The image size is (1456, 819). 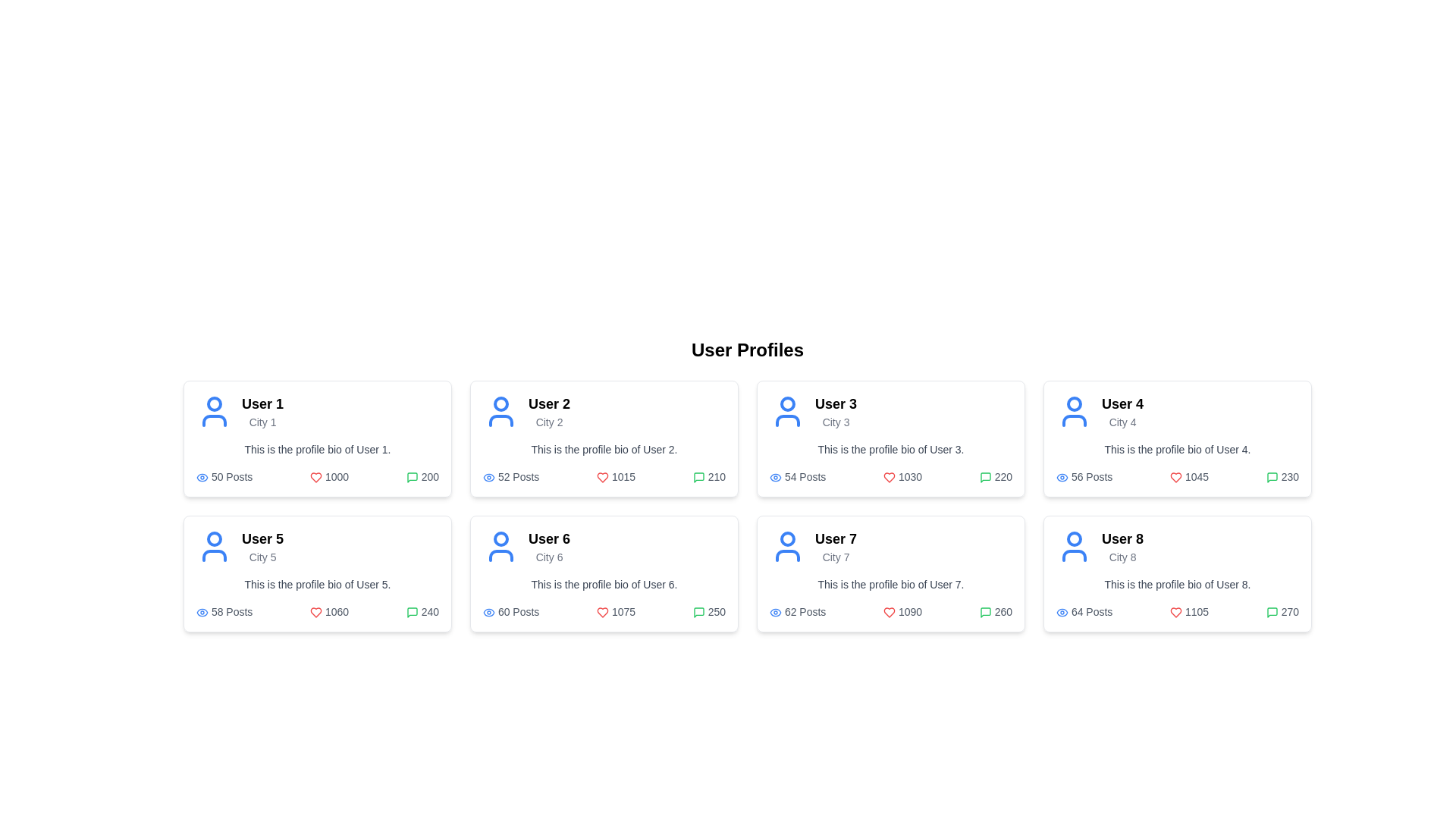 I want to click on the eye-shaped SVG icon with a blue outline in the '50 Posts' section of User 1's profile card, so click(x=202, y=476).